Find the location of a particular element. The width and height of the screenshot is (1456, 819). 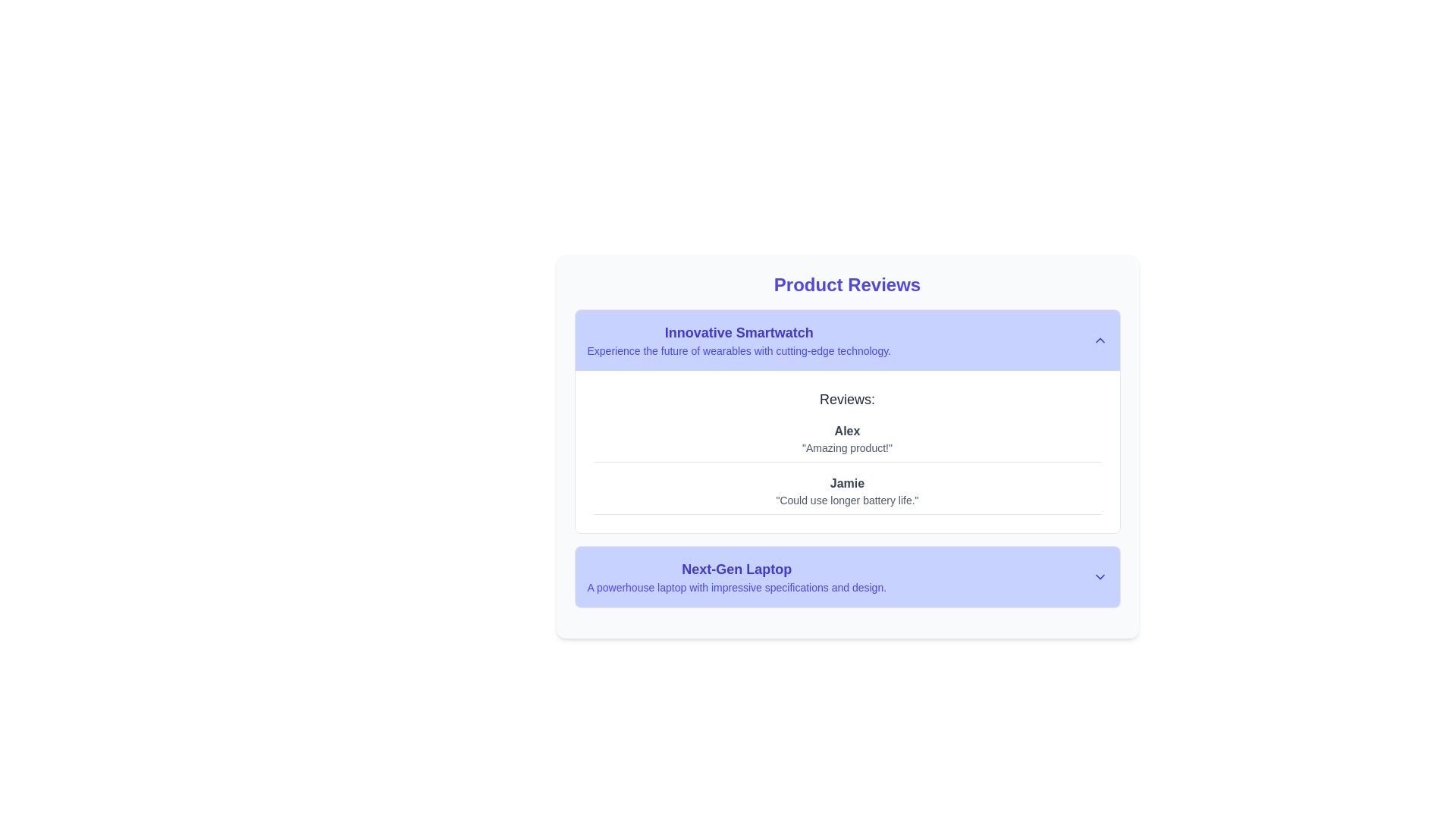

the user review by 'Alex' which contains the comment 'Amazing product!' styled in a bold font under the 'Reviews:' heading is located at coordinates (846, 442).